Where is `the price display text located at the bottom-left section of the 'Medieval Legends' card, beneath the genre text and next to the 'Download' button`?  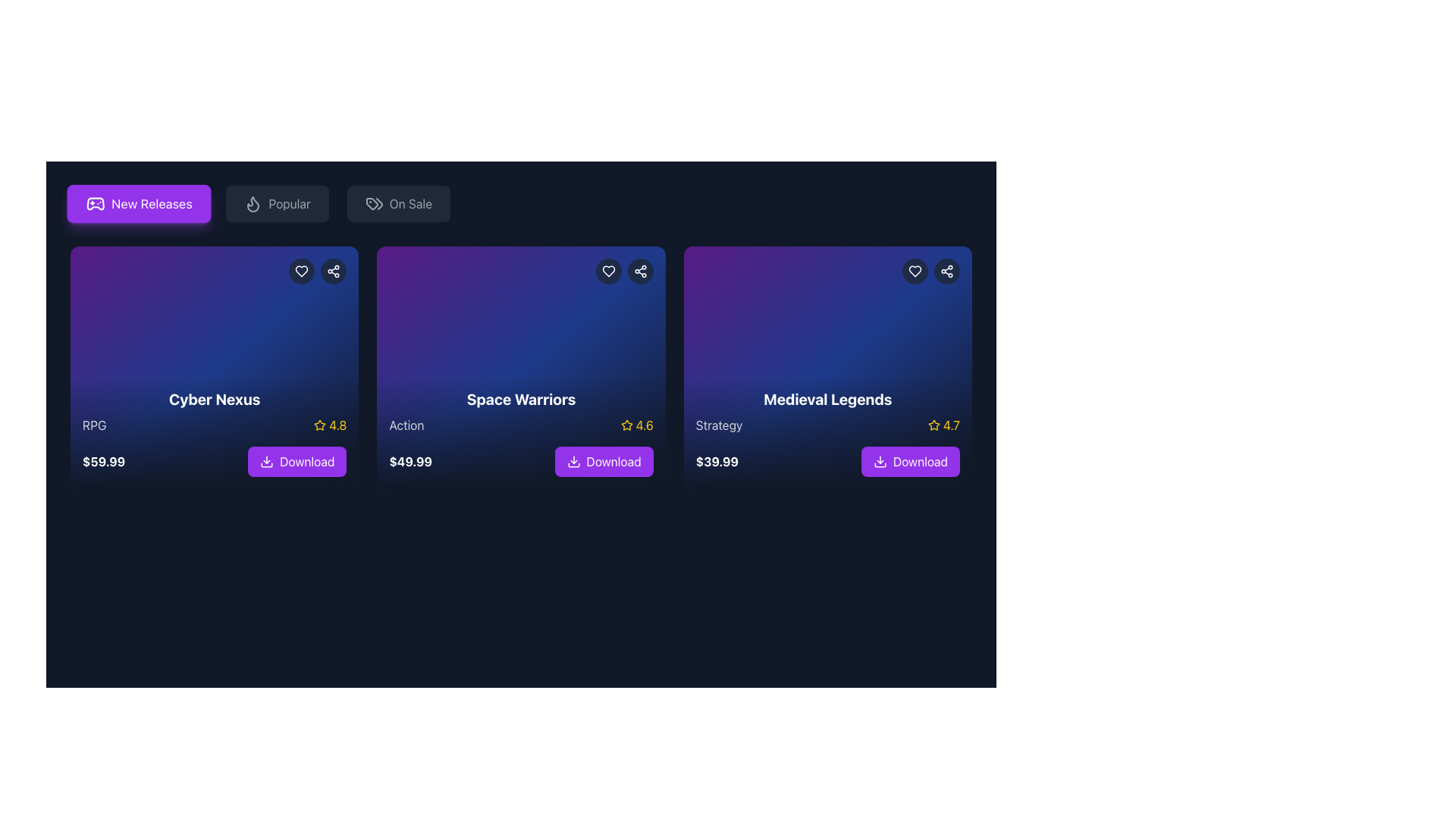
the price display text located at the bottom-left section of the 'Medieval Legends' card, beneath the genre text and next to the 'Download' button is located at coordinates (716, 461).